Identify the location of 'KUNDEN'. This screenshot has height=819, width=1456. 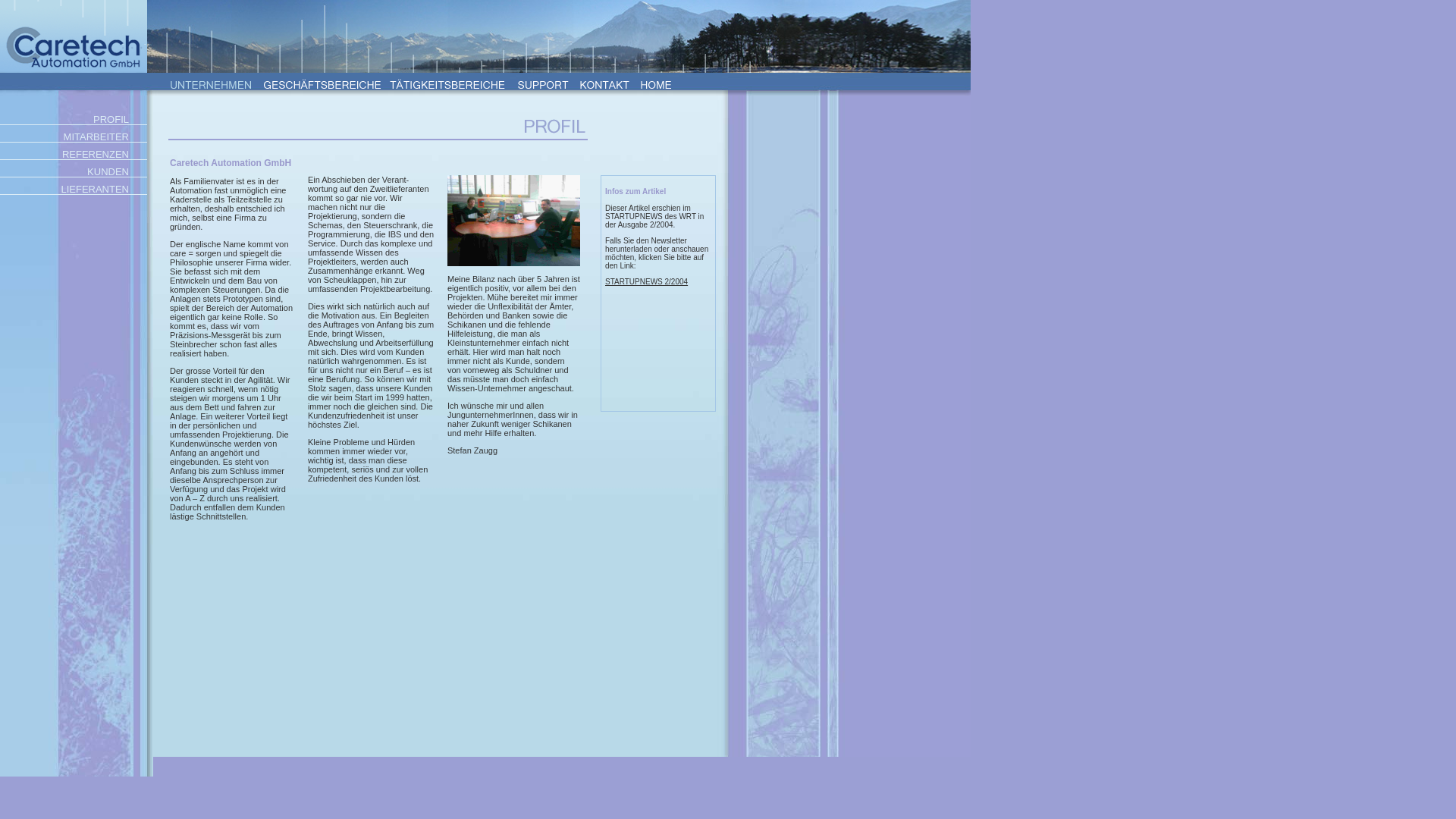
(72, 171).